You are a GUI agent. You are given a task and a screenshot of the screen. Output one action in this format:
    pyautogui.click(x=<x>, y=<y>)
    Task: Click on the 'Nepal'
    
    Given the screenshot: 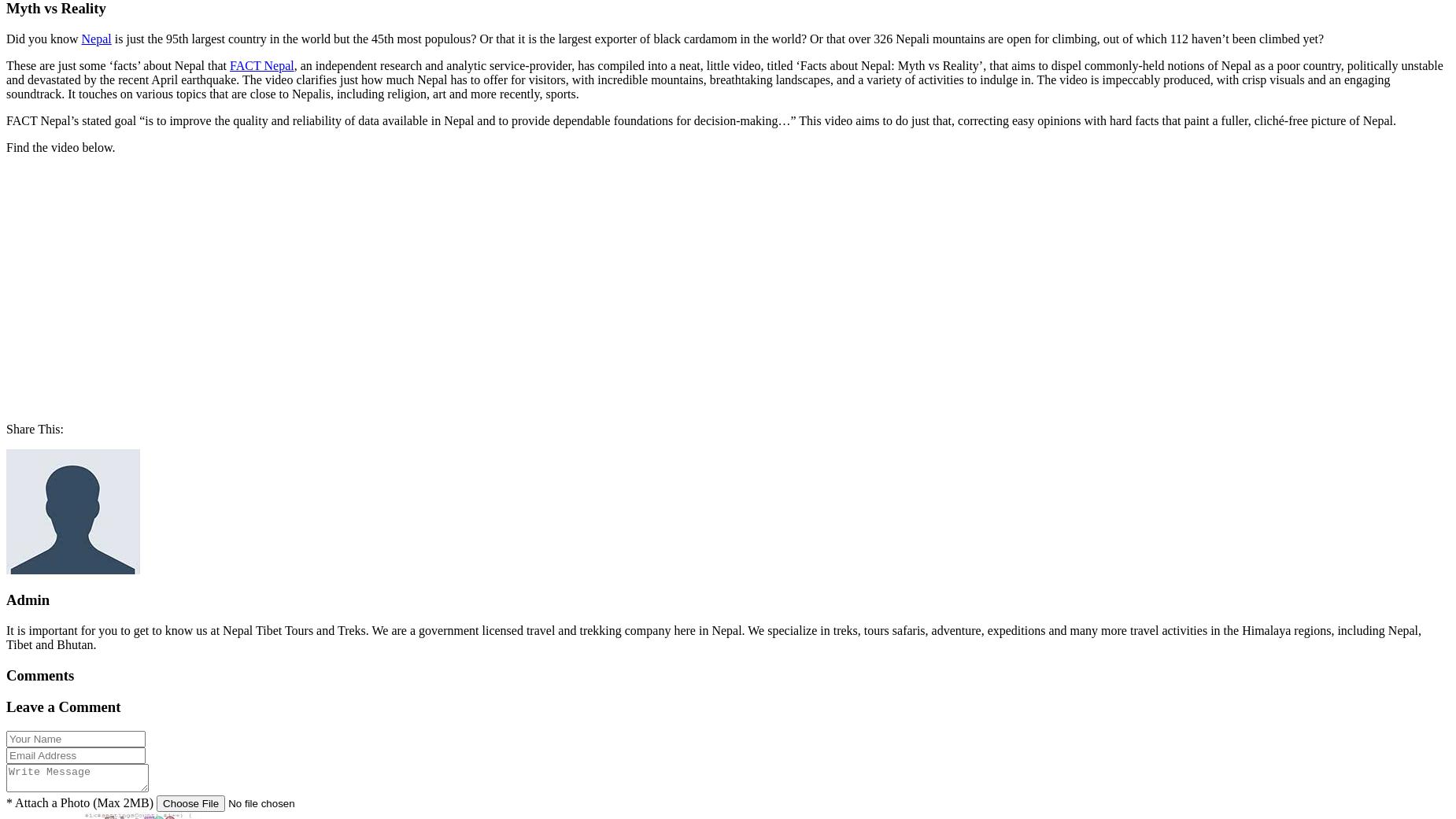 What is the action you would take?
    pyautogui.click(x=94, y=37)
    